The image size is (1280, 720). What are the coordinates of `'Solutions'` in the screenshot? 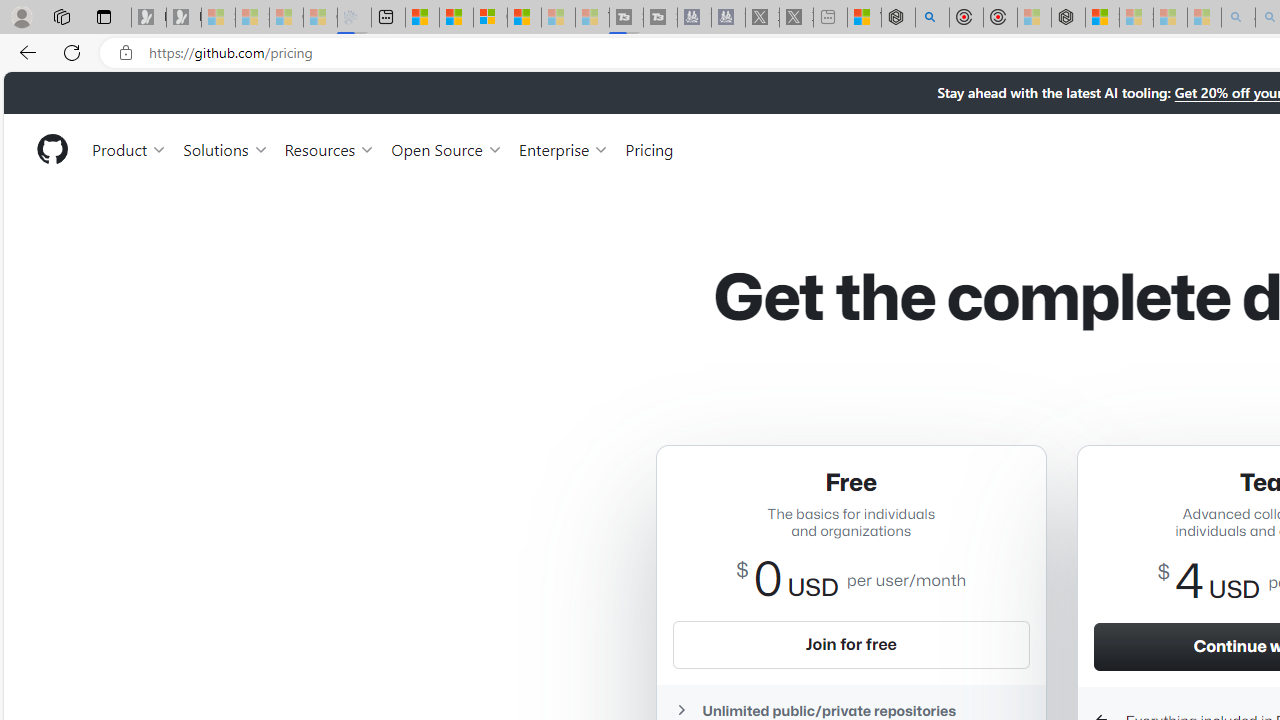 It's located at (225, 148).